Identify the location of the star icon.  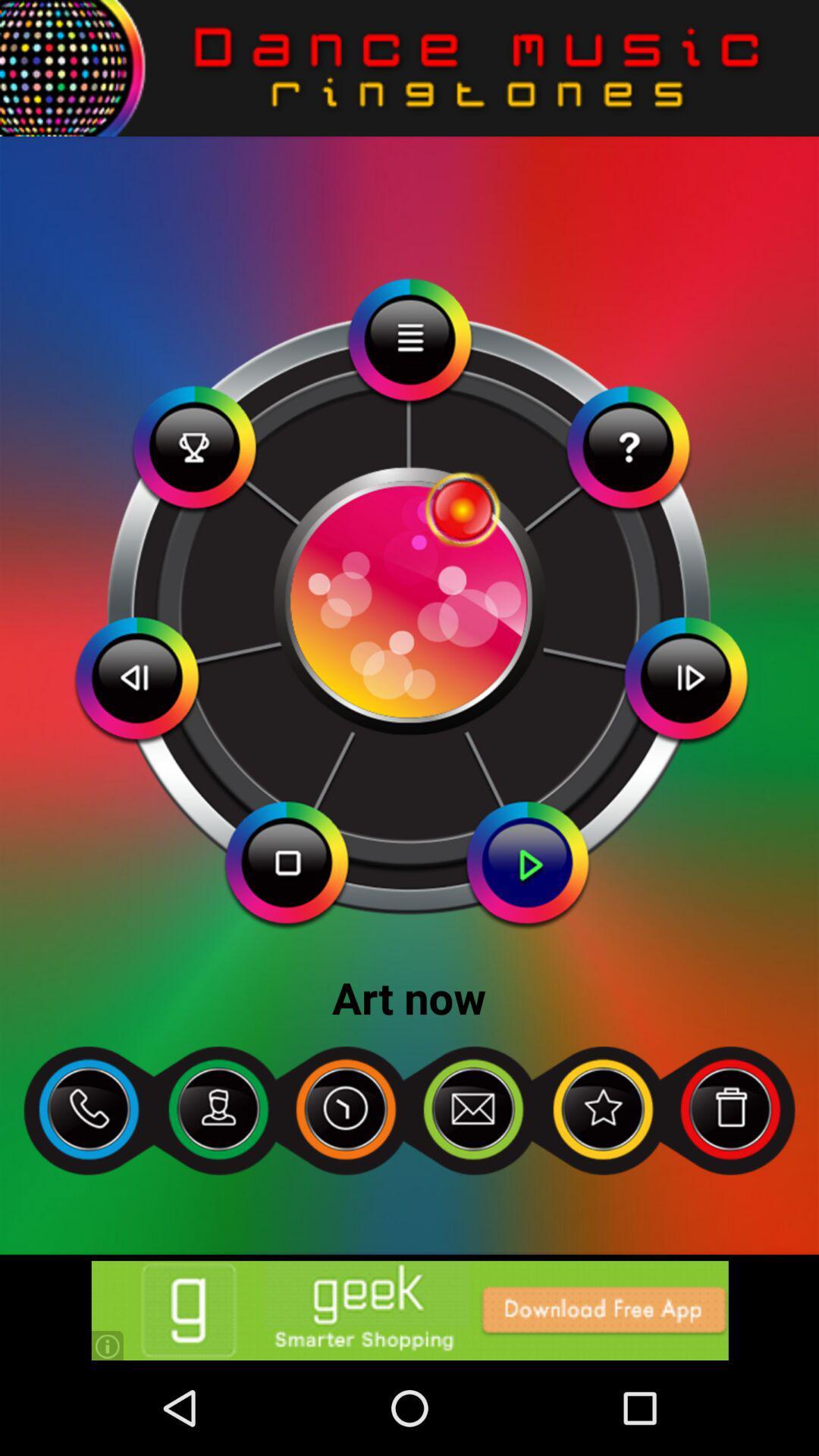
(601, 1188).